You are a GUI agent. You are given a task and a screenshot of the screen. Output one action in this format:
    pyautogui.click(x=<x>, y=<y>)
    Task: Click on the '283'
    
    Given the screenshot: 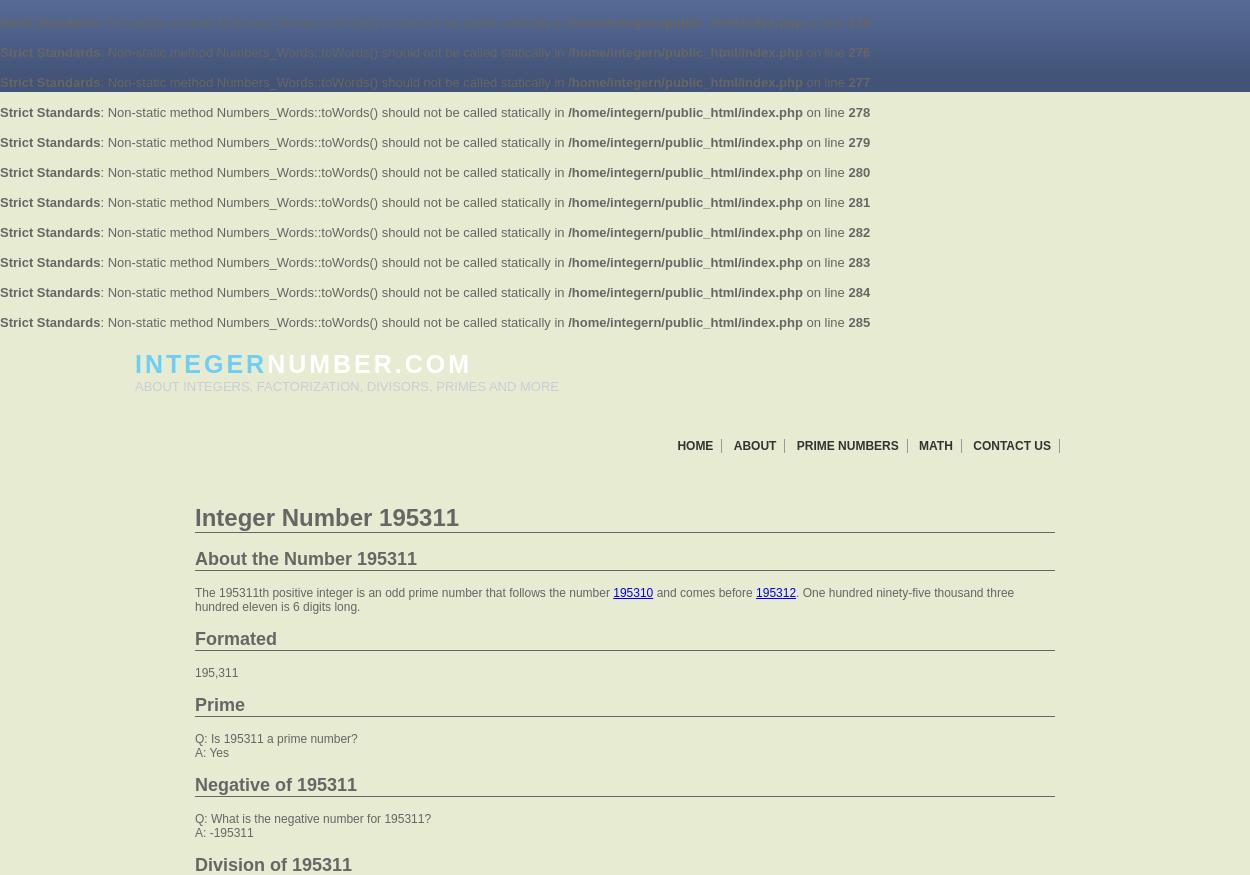 What is the action you would take?
    pyautogui.click(x=858, y=261)
    